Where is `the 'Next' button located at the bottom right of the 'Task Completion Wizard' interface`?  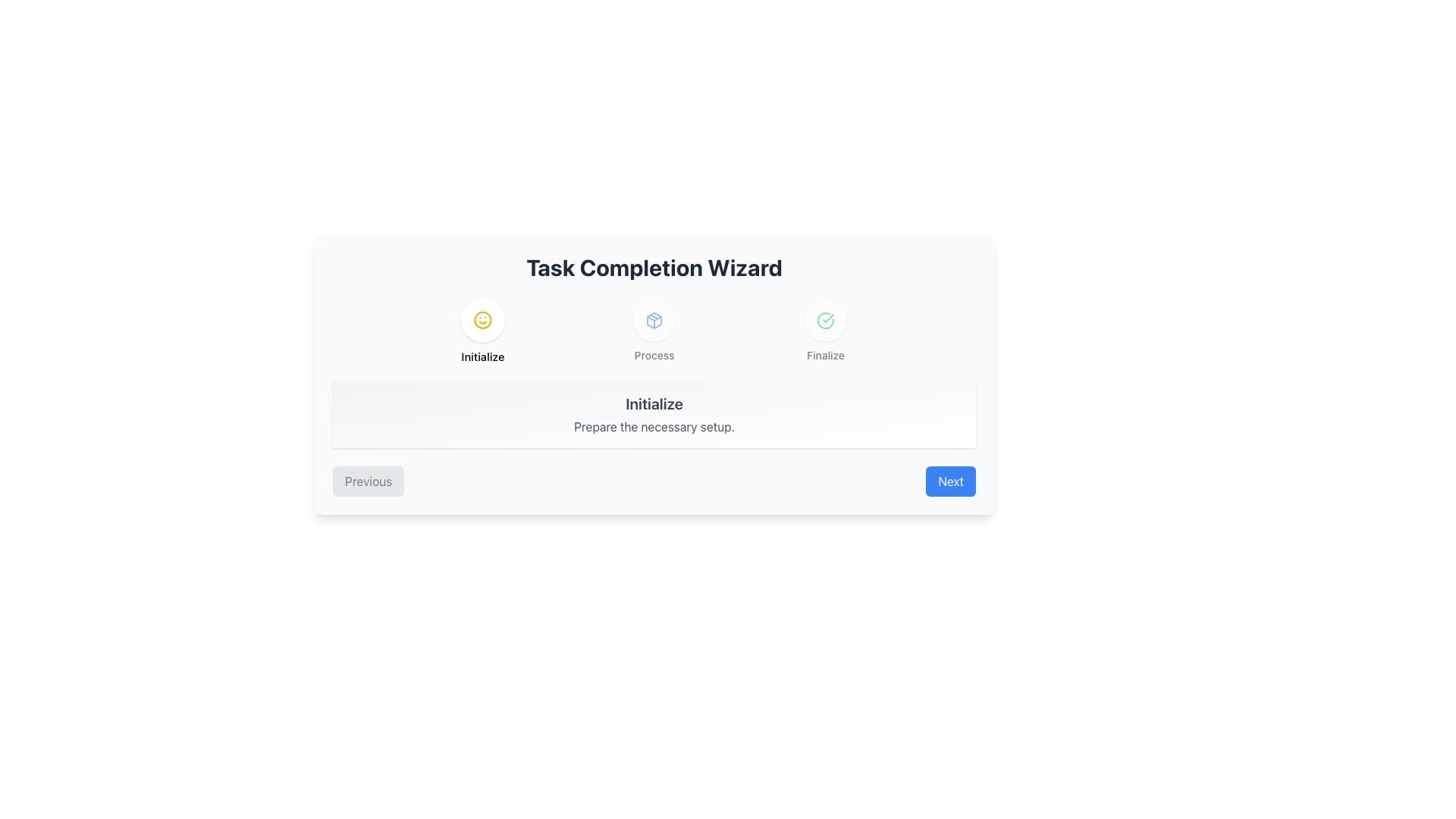
the 'Next' button located at the bottom right of the 'Task Completion Wizard' interface is located at coordinates (950, 482).